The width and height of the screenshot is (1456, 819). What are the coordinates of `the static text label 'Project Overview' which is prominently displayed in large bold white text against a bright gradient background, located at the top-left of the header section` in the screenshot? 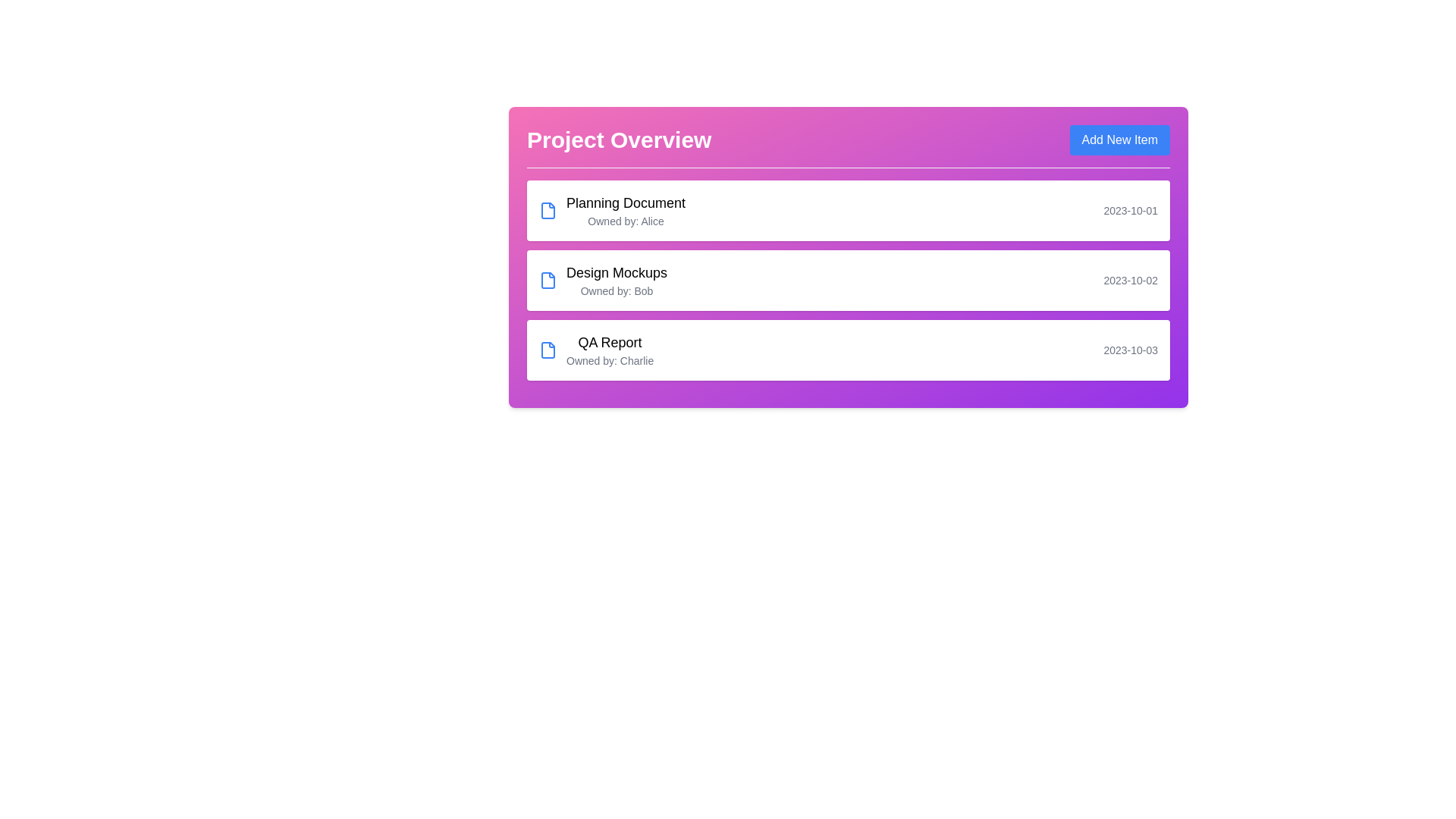 It's located at (619, 140).